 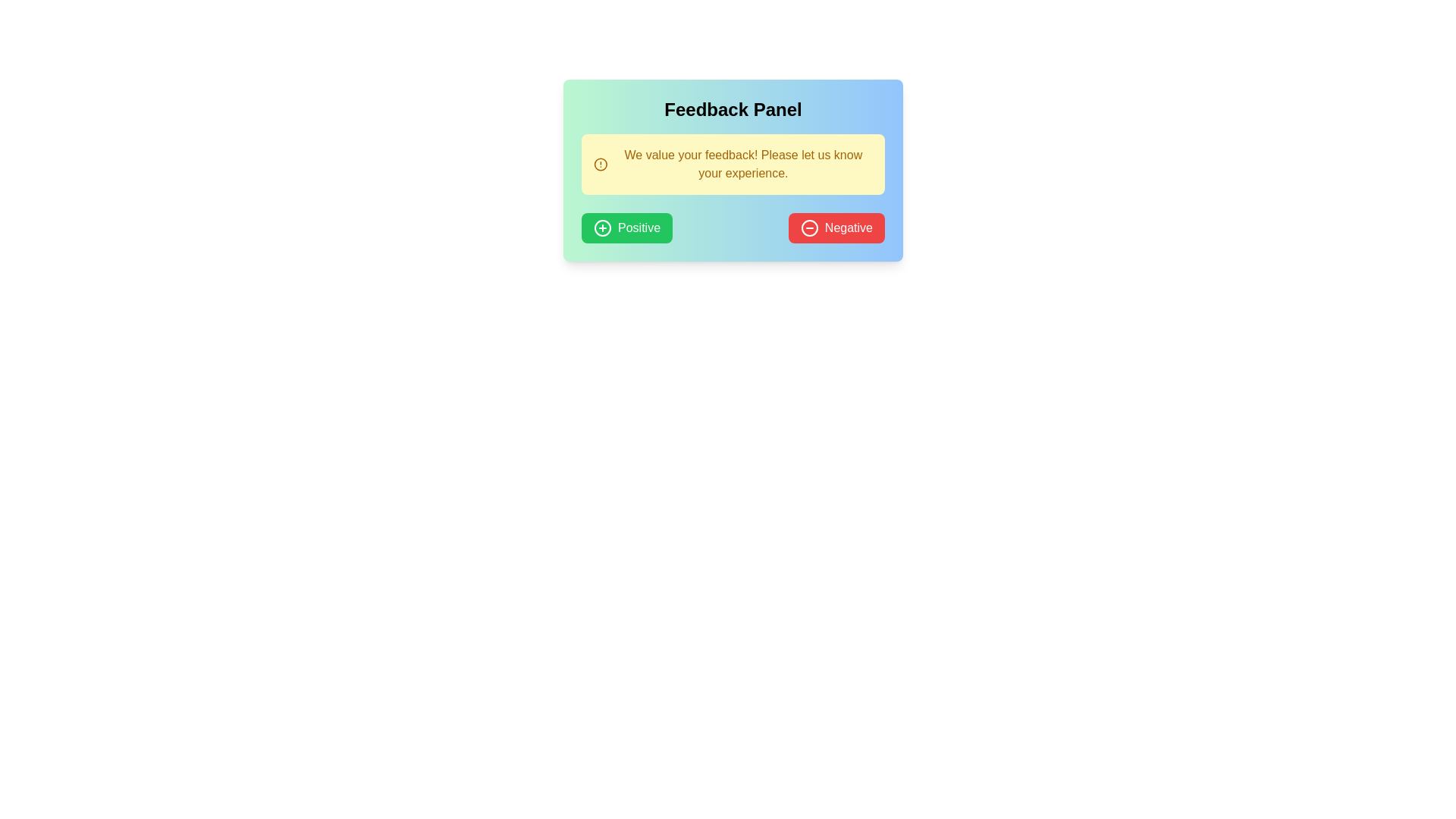 What do you see at coordinates (808, 227) in the screenshot?
I see `the 'Negative' feedback button represented by the SVG circle component` at bounding box center [808, 227].